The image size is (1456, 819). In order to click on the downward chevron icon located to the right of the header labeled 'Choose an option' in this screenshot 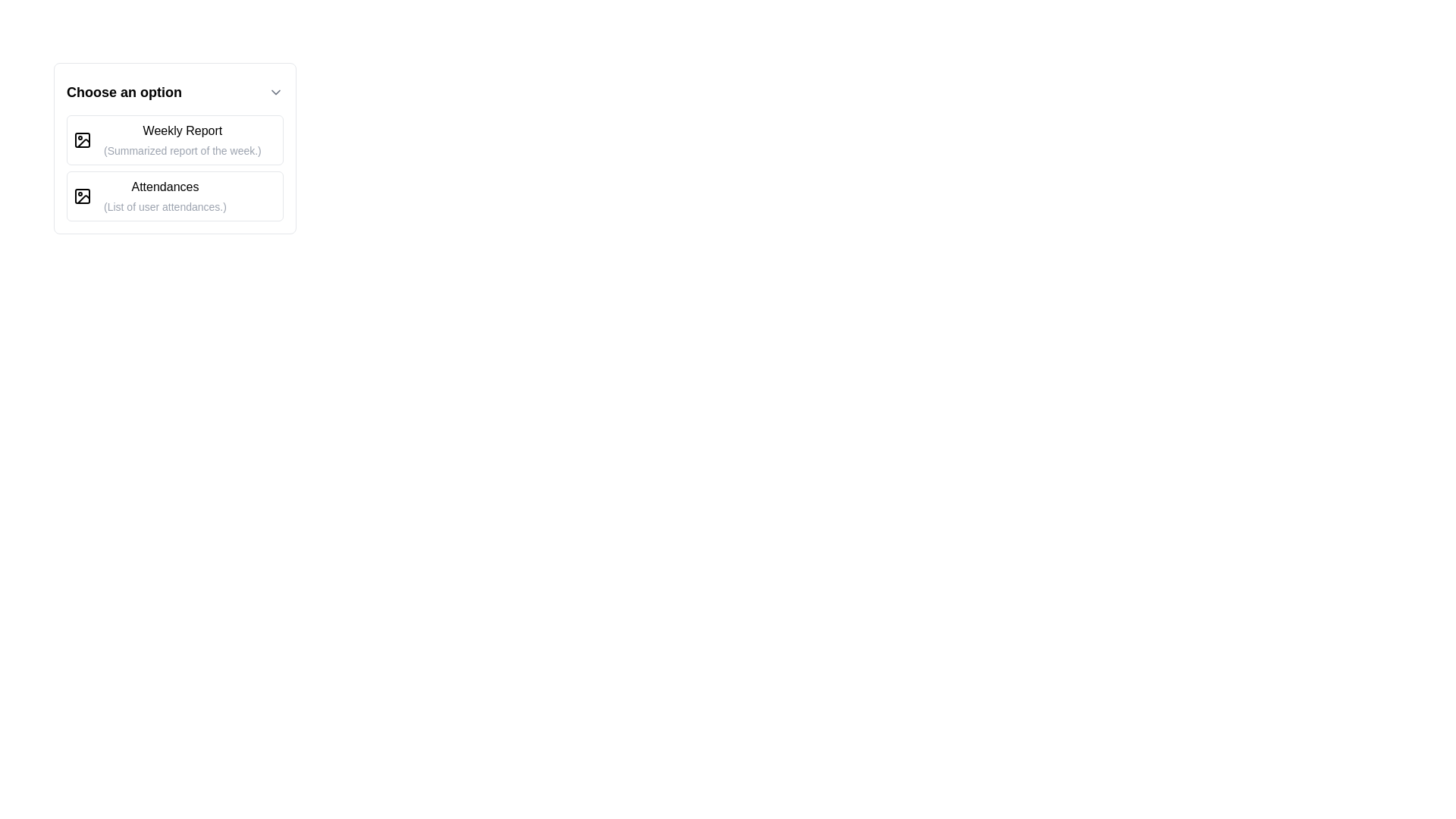, I will do `click(276, 93)`.